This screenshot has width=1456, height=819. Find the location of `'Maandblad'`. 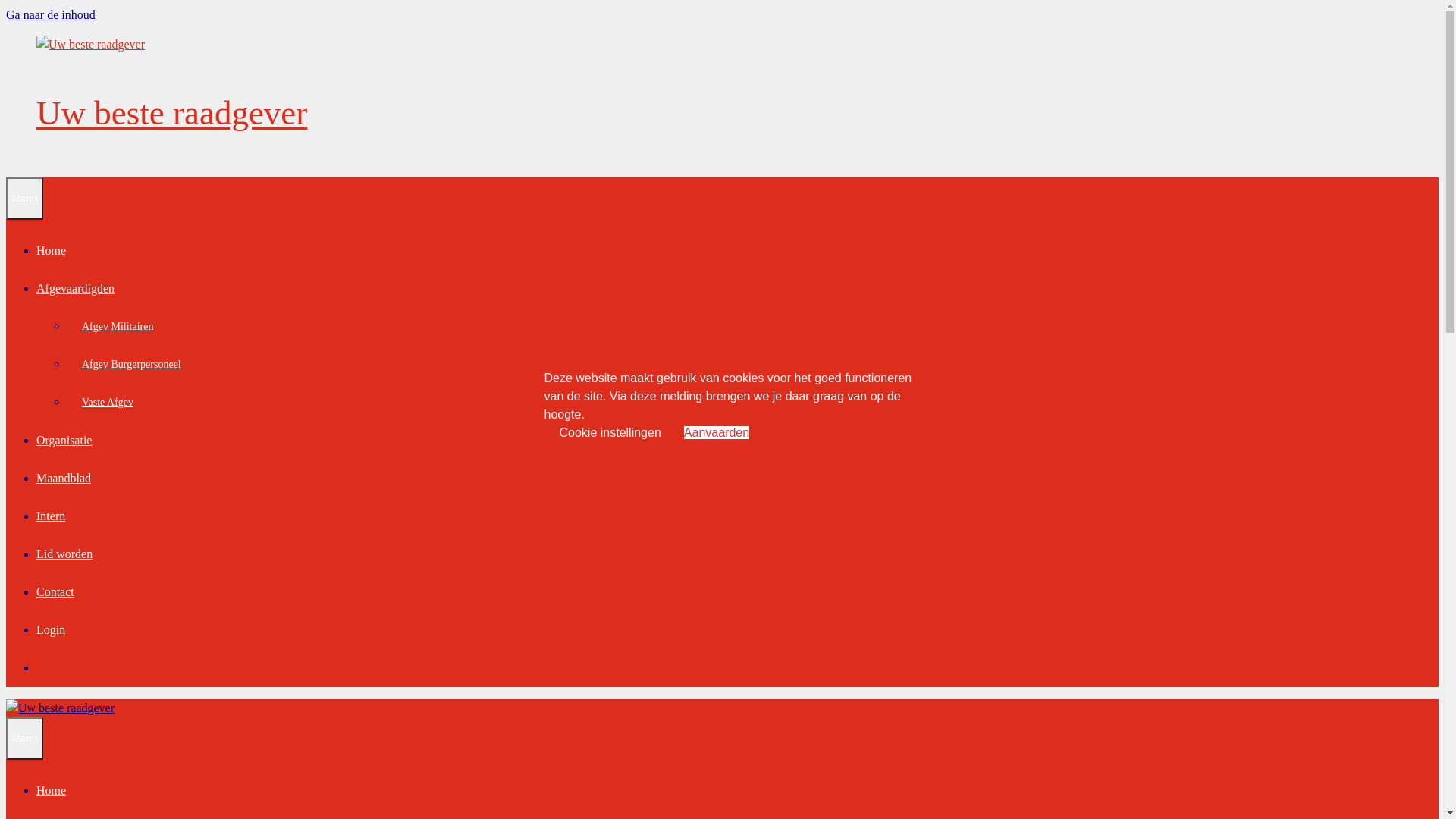

'Maandblad' is located at coordinates (62, 478).